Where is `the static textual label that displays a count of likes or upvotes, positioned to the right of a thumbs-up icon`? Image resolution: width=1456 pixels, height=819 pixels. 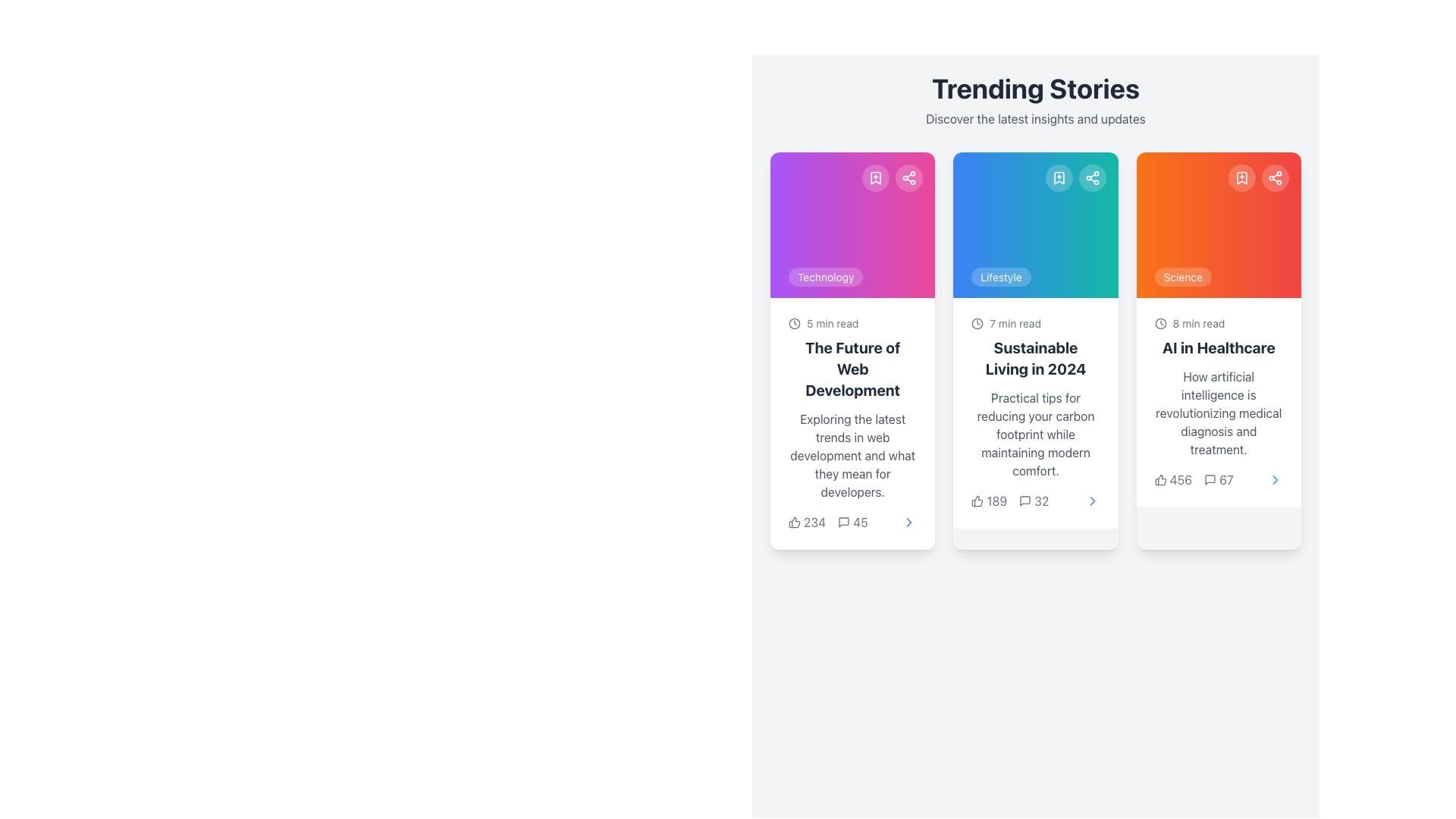 the static textual label that displays a count of likes or upvotes, positioned to the right of a thumbs-up icon is located at coordinates (814, 522).